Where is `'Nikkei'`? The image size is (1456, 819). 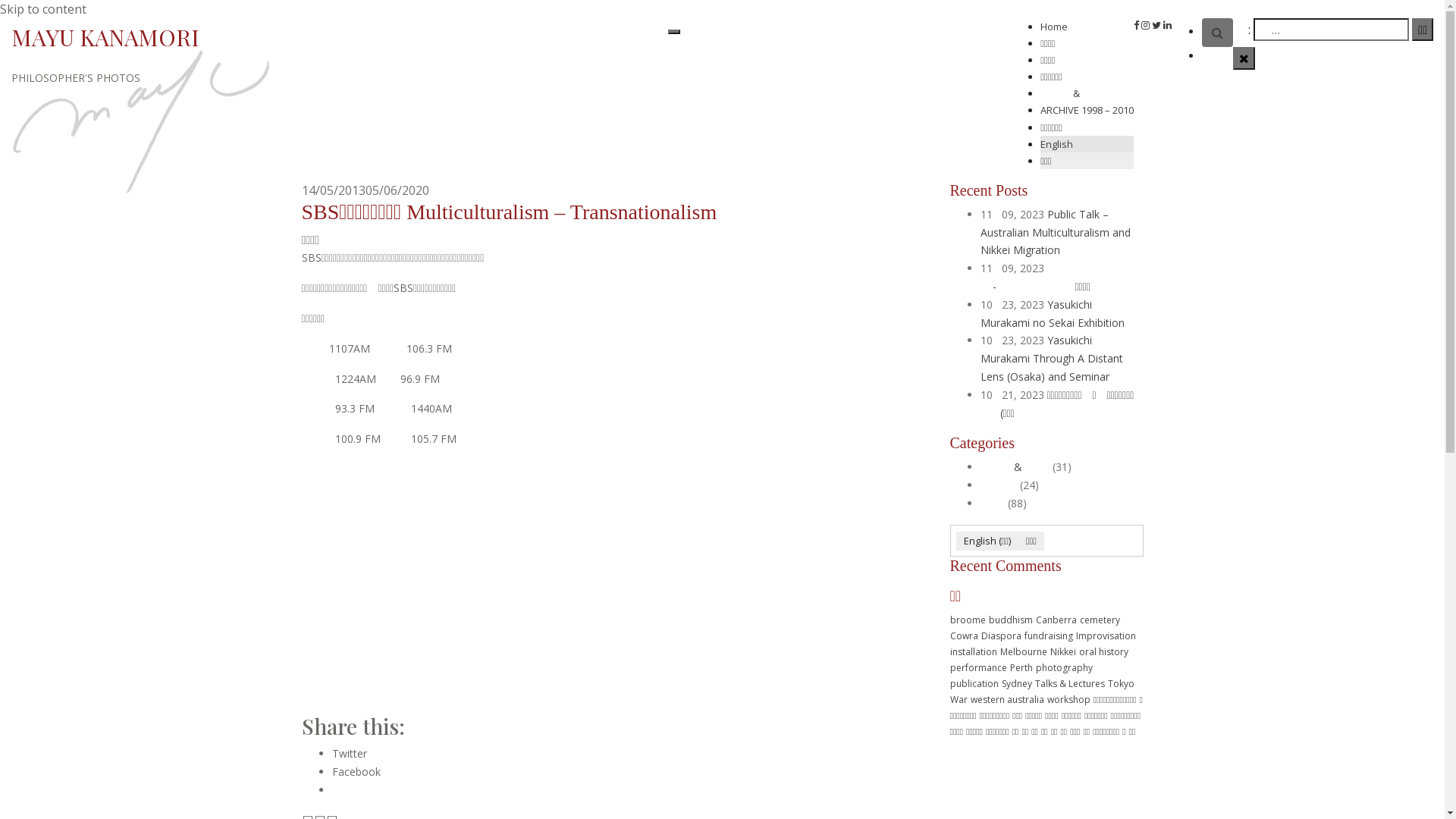 'Nikkei' is located at coordinates (1062, 651).